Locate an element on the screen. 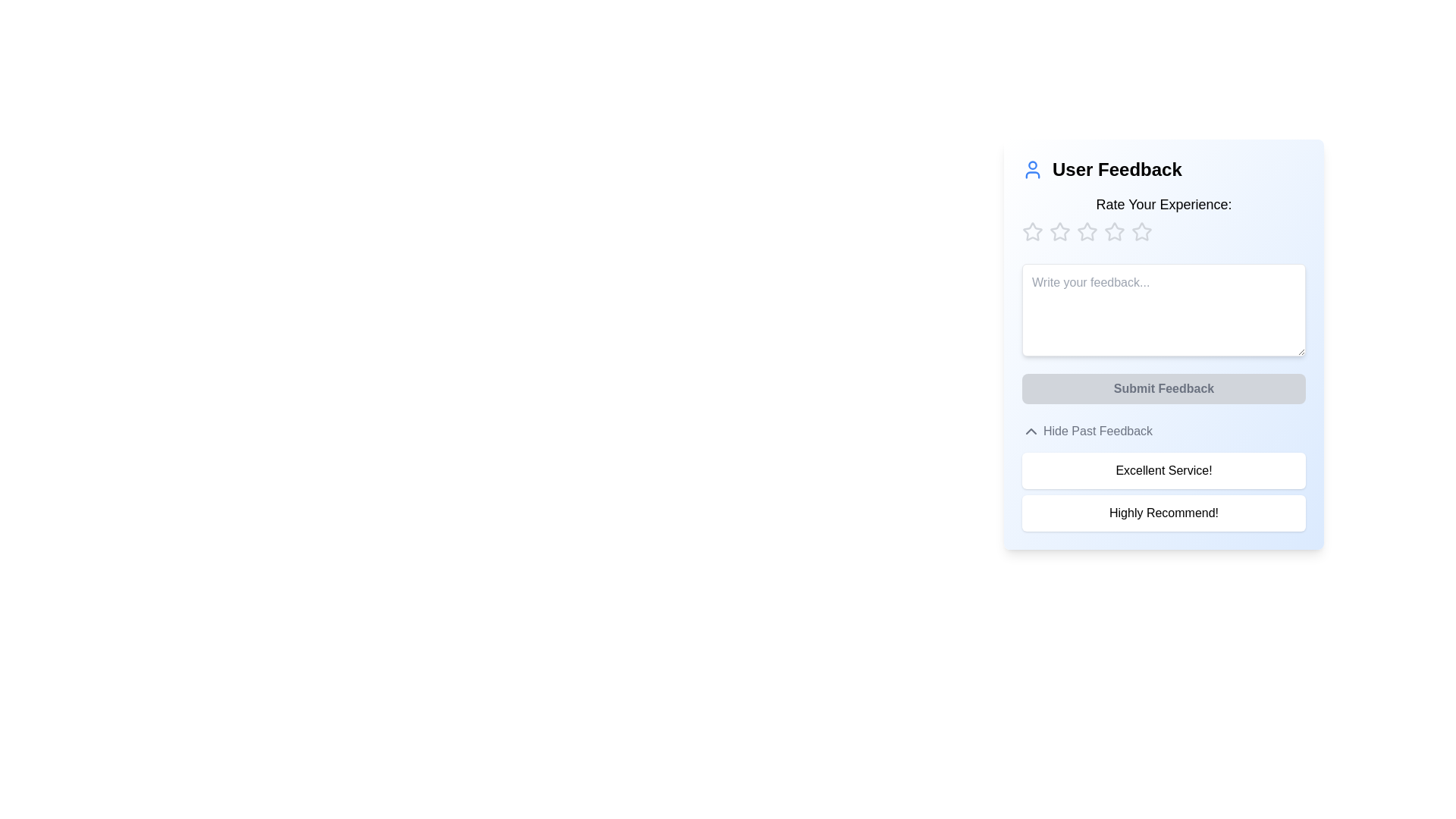  the third star in the series of five outlined gray rating stars is located at coordinates (1114, 231).